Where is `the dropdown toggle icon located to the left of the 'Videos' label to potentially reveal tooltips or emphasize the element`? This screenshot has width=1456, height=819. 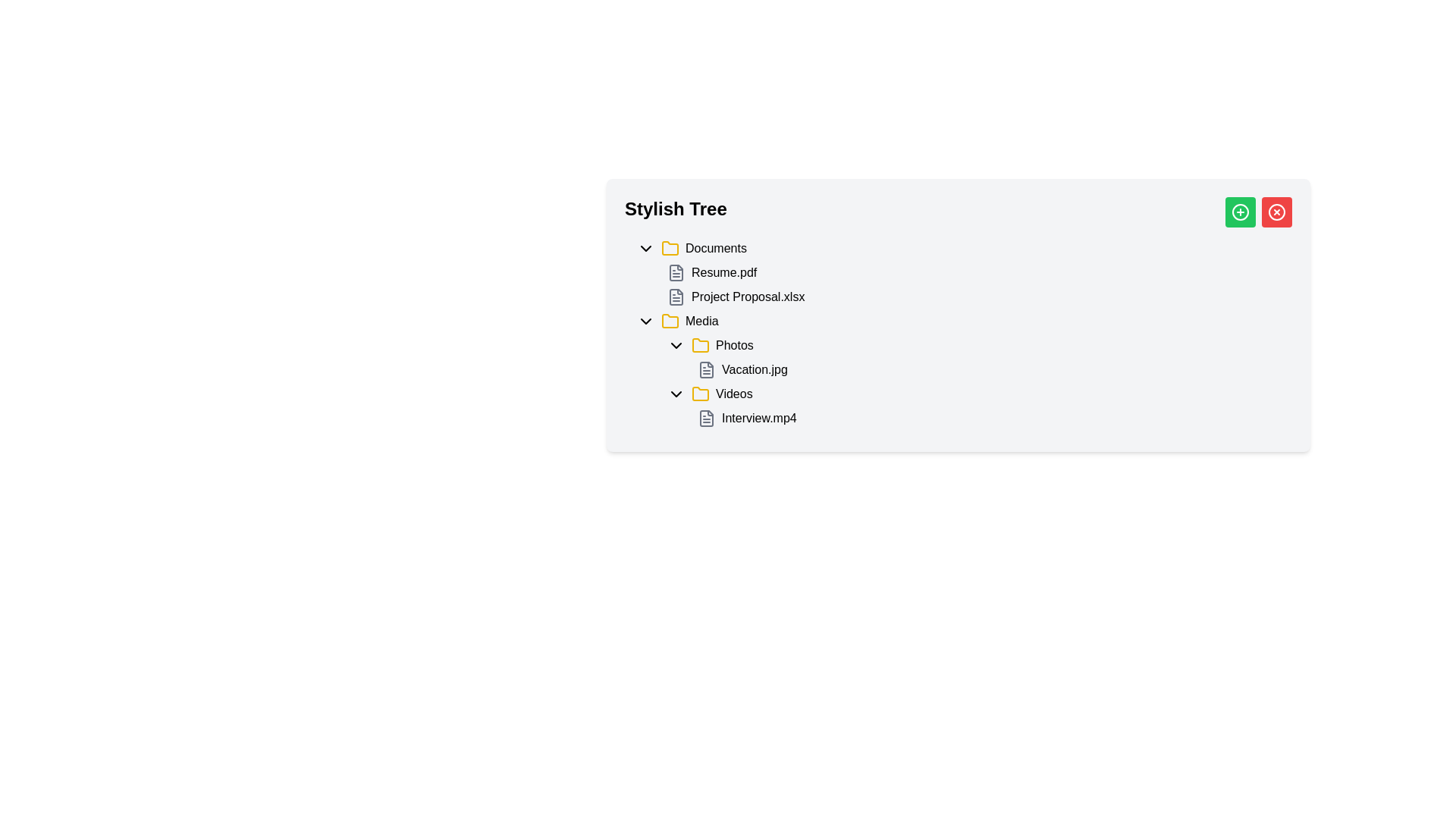
the dropdown toggle icon located to the left of the 'Videos' label to potentially reveal tooltips or emphasize the element is located at coordinates (676, 394).